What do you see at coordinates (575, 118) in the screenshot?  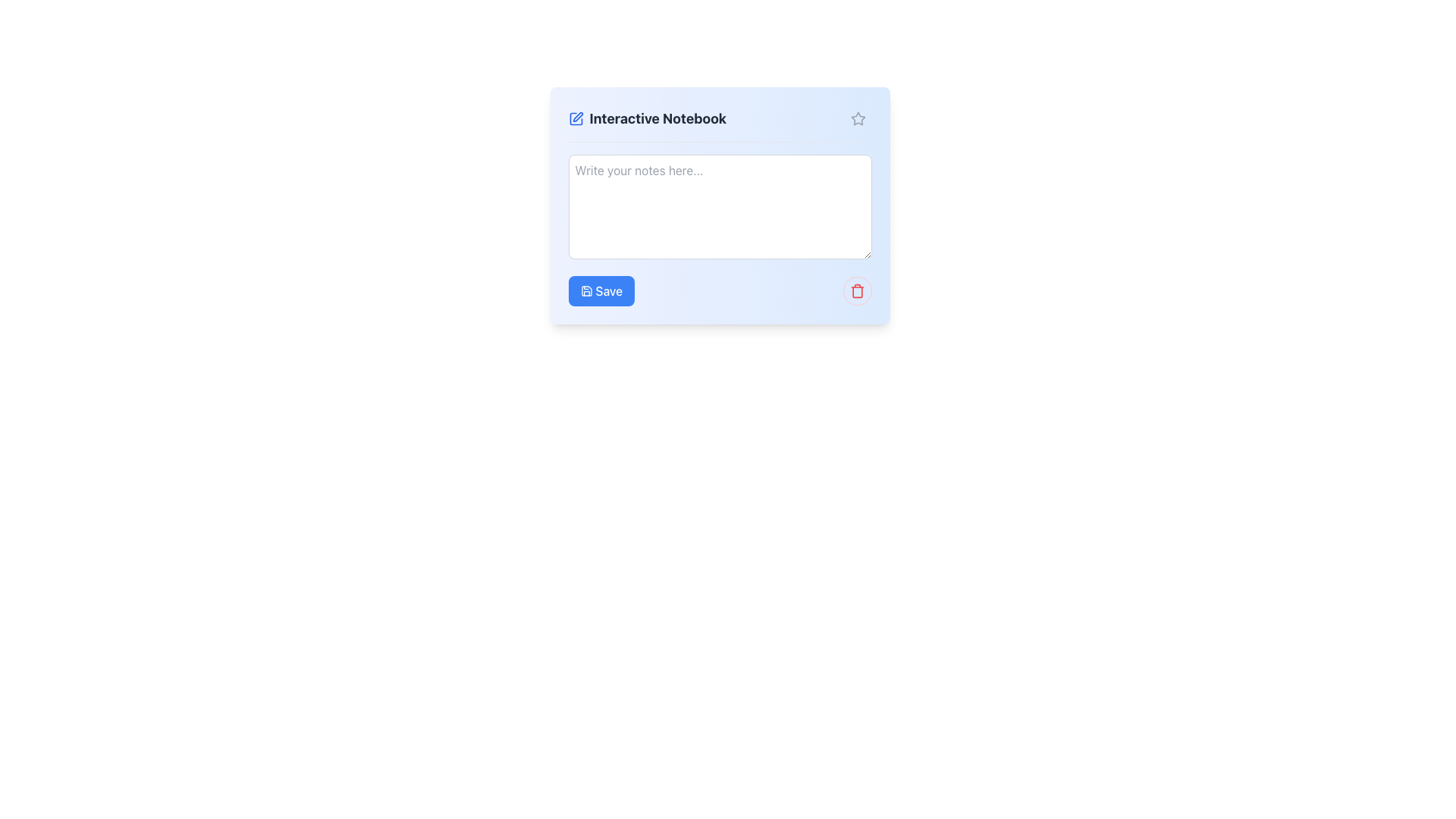 I see `the blue pen icon located to the left of the 'Interactive Notebook' title` at bounding box center [575, 118].